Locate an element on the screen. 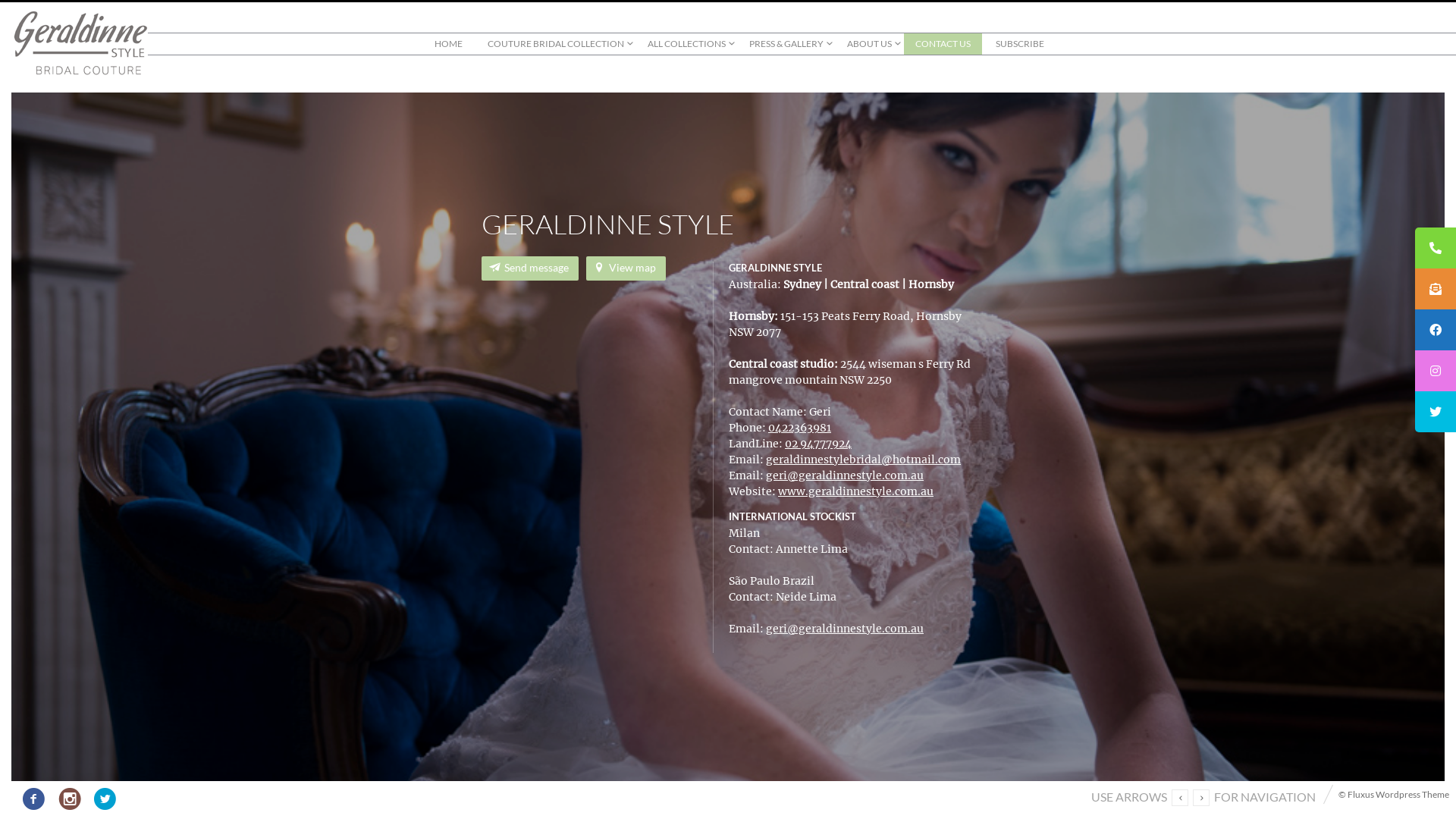  'geraldinnestylebridal@hotmail.com' is located at coordinates (863, 458).